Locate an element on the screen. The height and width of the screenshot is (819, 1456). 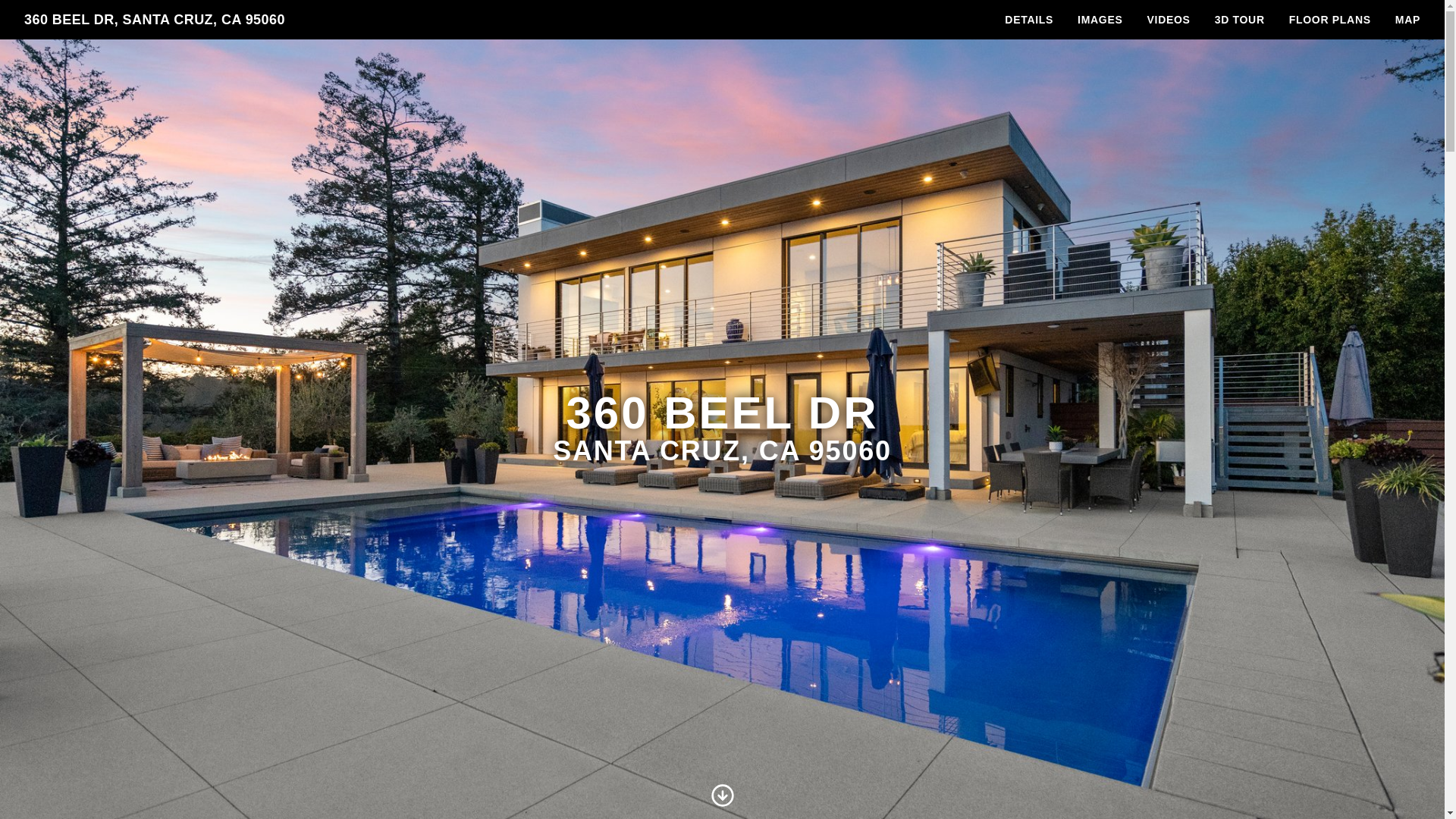
'VIDEOS' is located at coordinates (1168, 20).